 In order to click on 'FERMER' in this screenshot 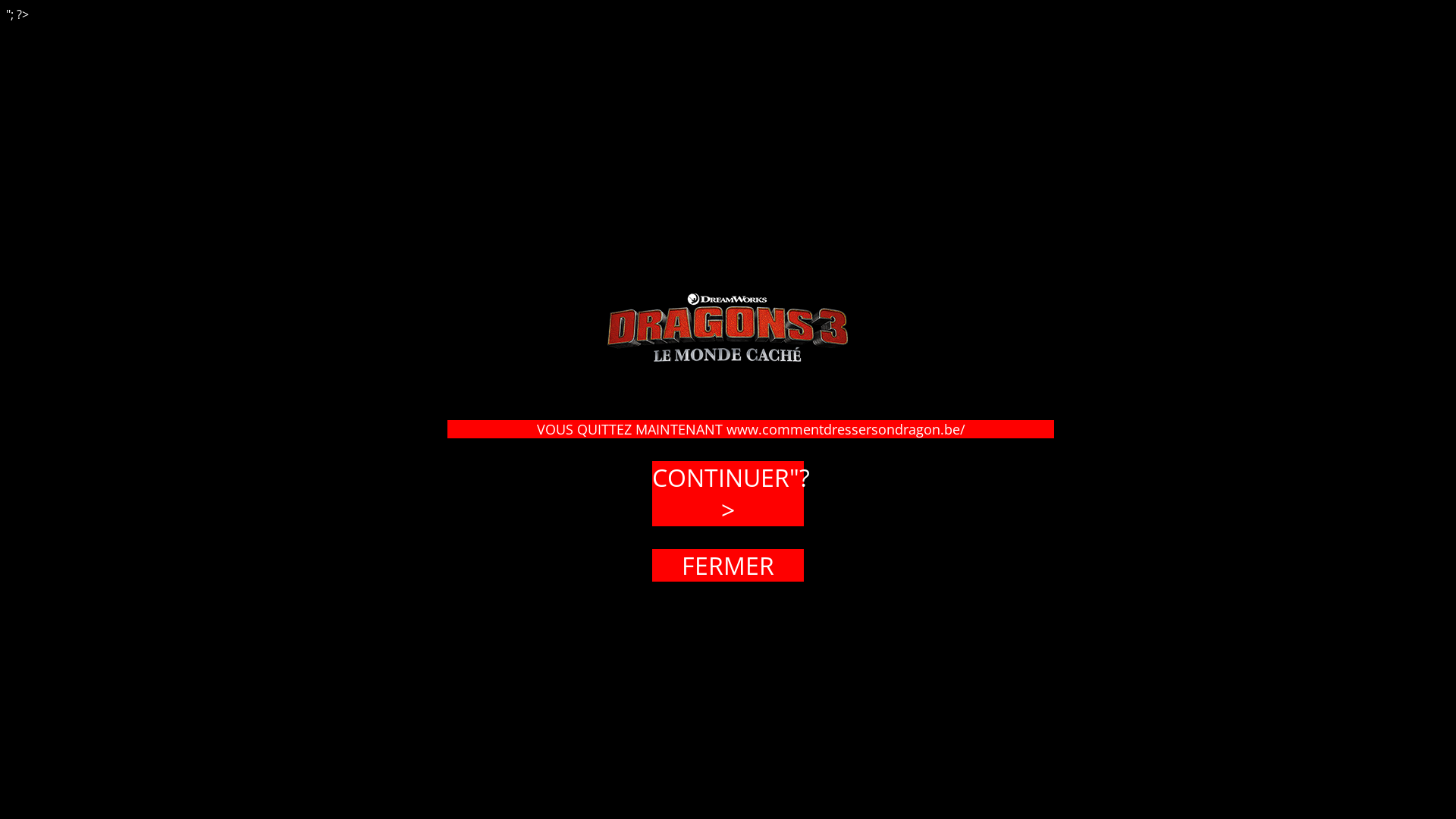, I will do `click(728, 565)`.